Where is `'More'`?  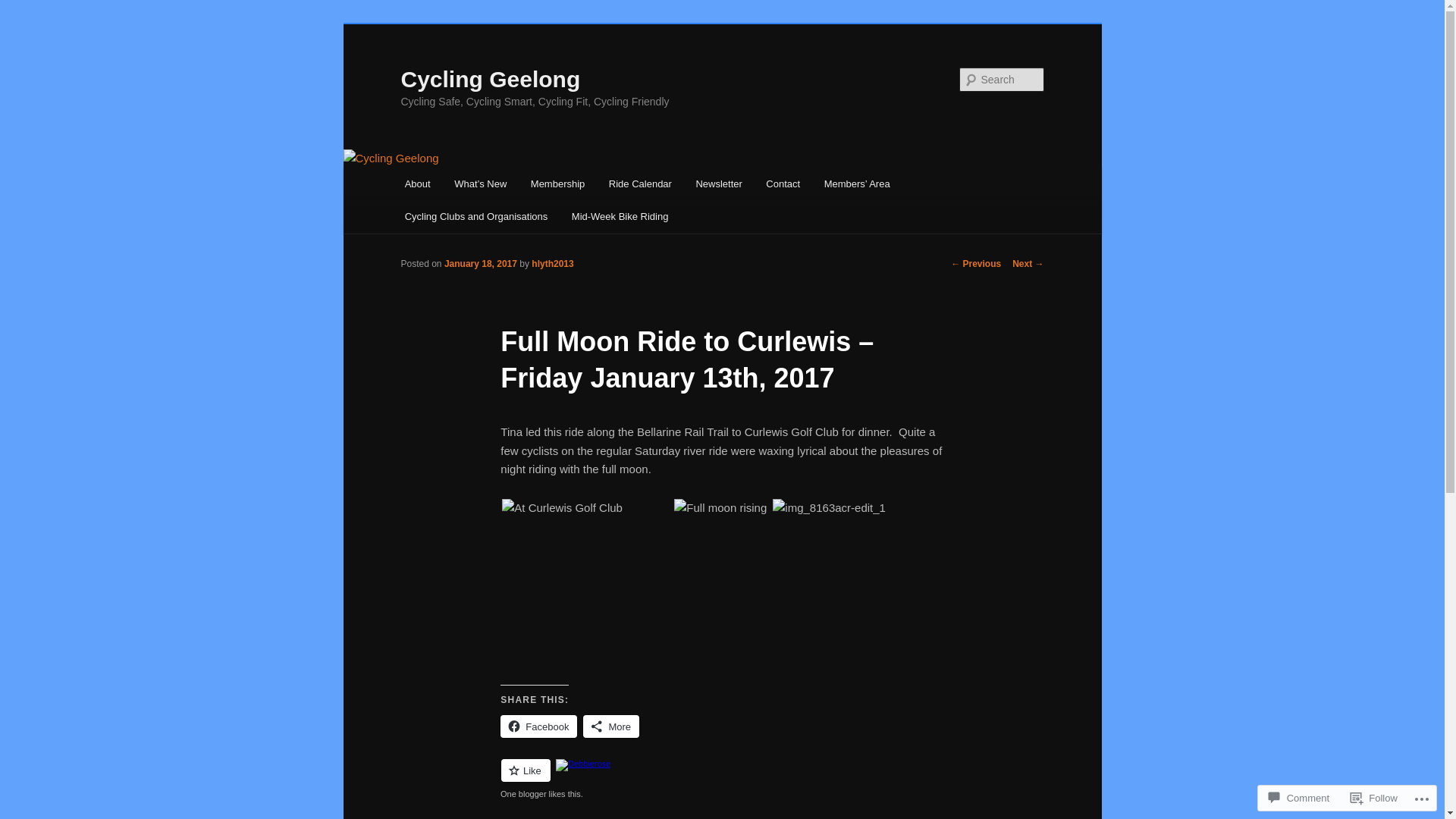 'More' is located at coordinates (611, 725).